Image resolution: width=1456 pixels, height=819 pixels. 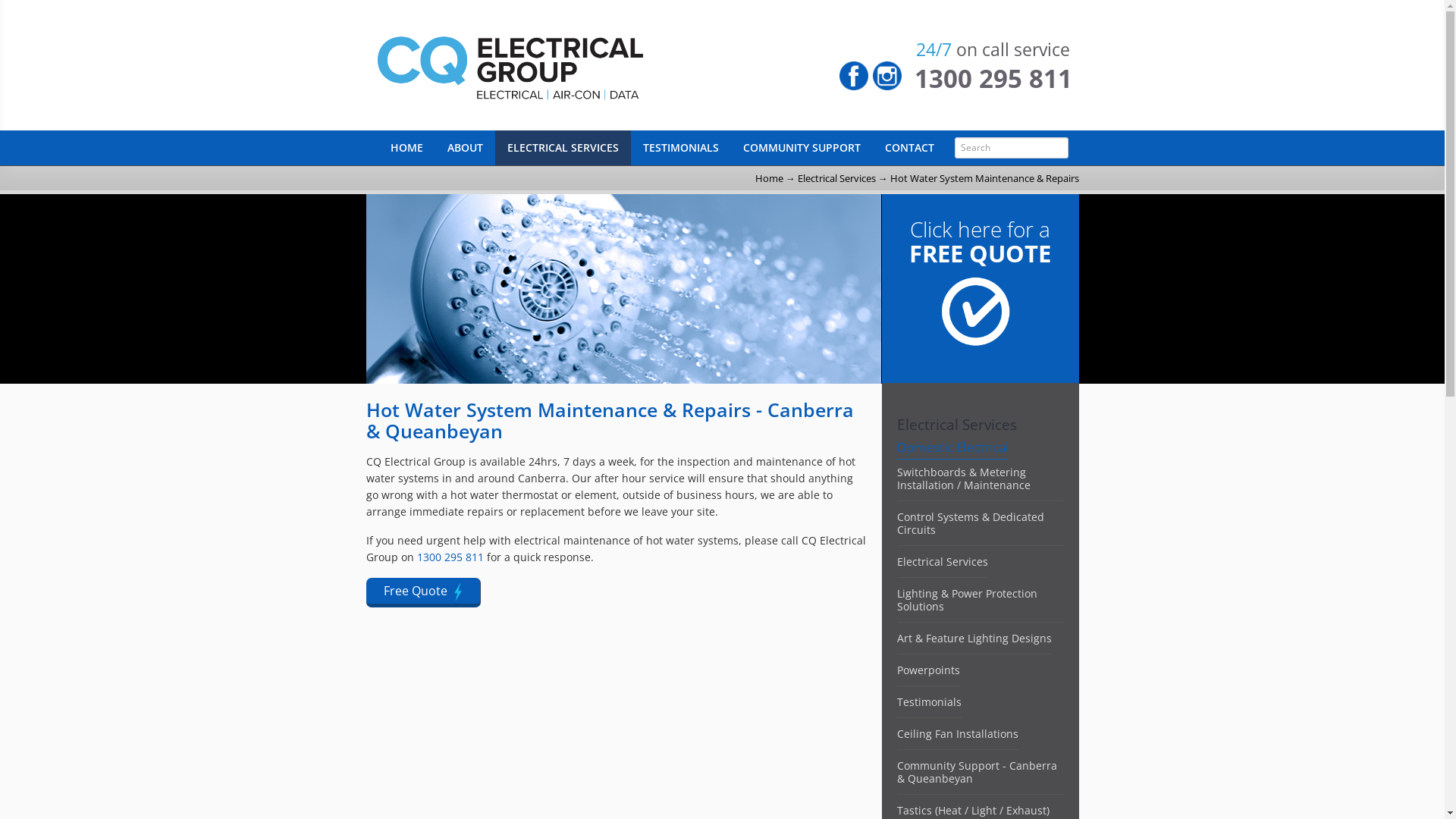 What do you see at coordinates (561, 148) in the screenshot?
I see `'ELECTRICAL SERVICES'` at bounding box center [561, 148].